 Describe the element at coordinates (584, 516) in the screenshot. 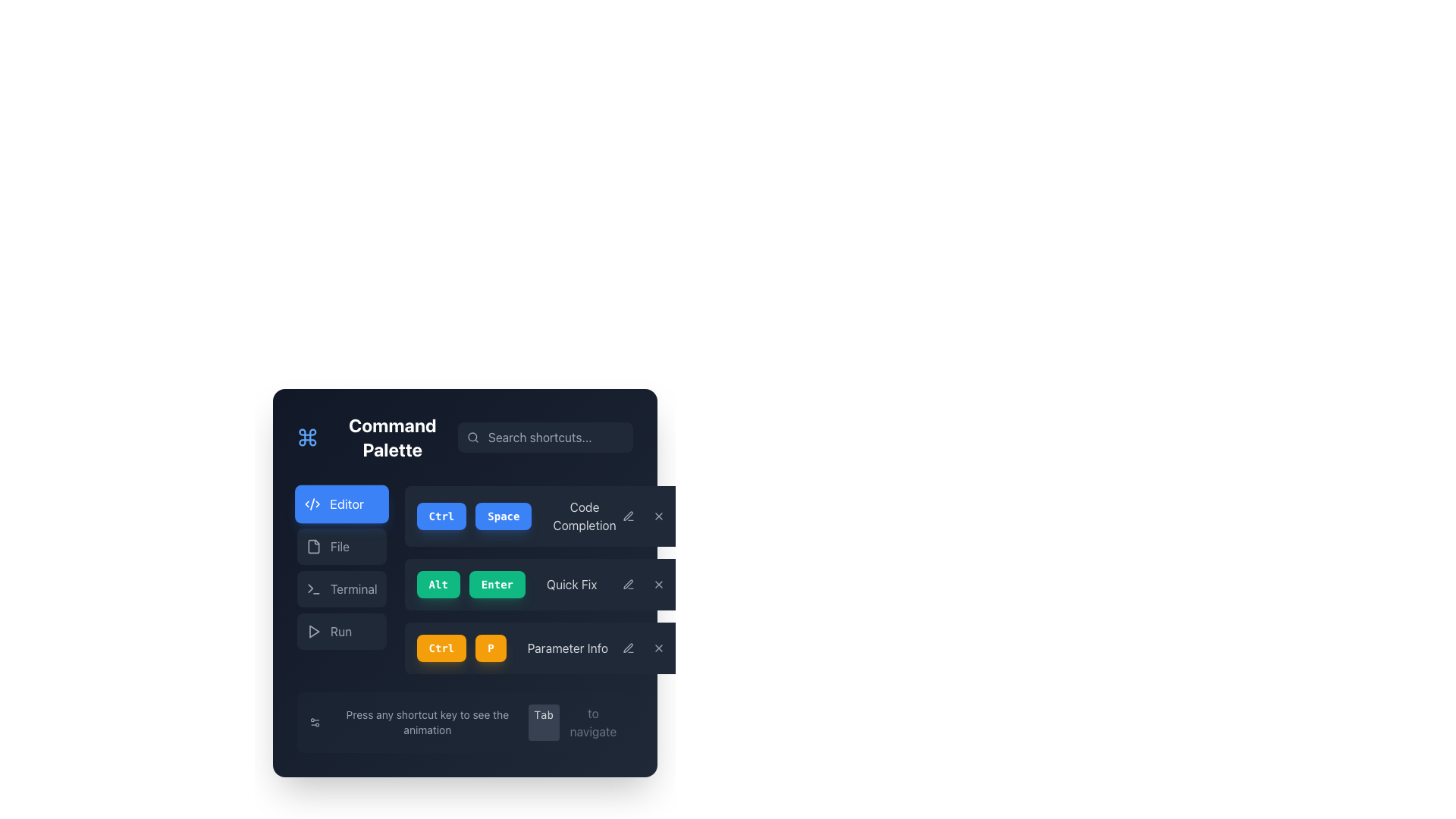

I see `the Text Label that provides information related to the 'Ctrl' and 'Space' buttons in the Command Palette` at that location.